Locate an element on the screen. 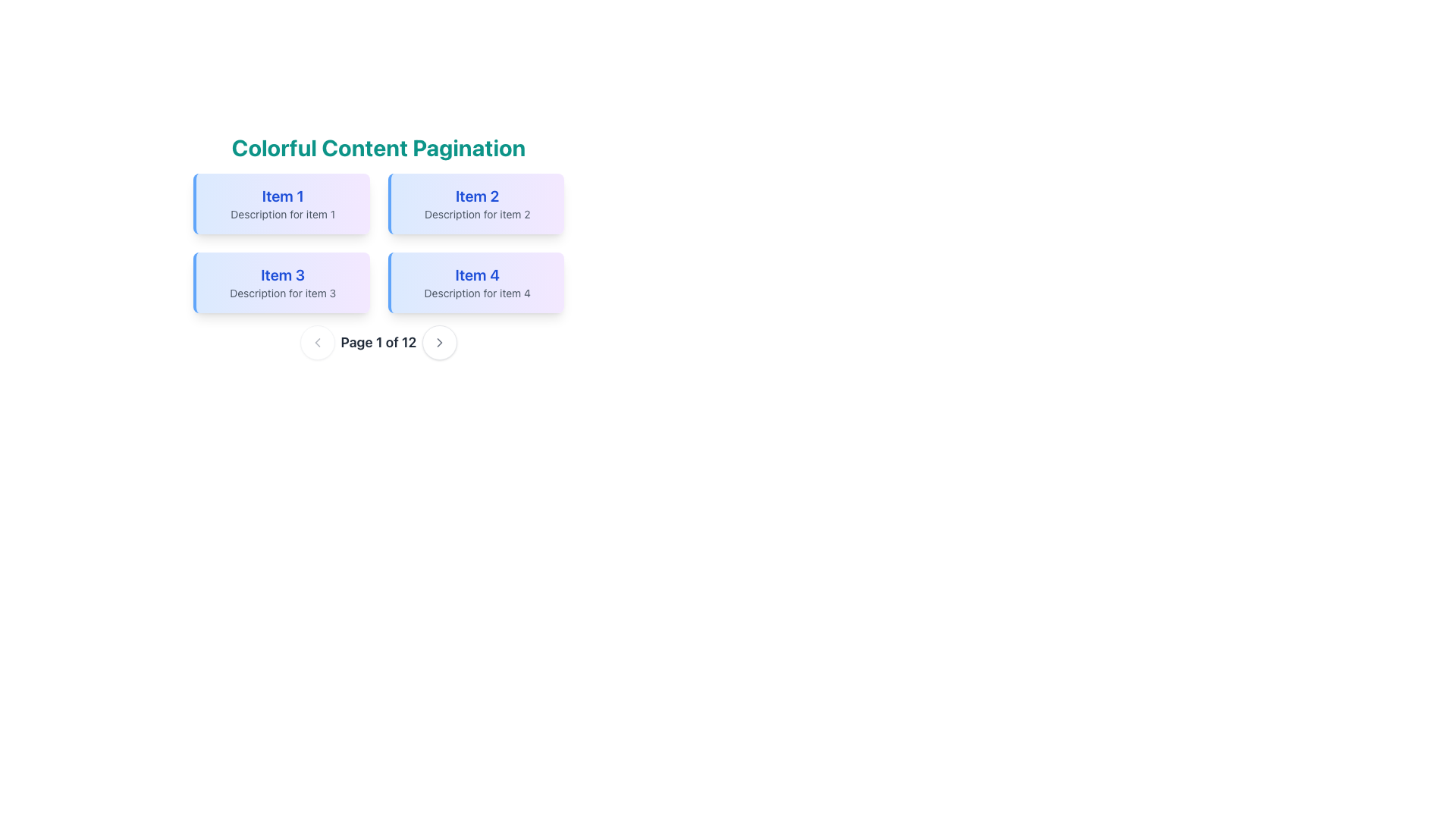 This screenshot has height=819, width=1456. the static text display that shows 'Page 1 of 12', indicating pagination information, located centrally in the pagination section is located at coordinates (378, 342).